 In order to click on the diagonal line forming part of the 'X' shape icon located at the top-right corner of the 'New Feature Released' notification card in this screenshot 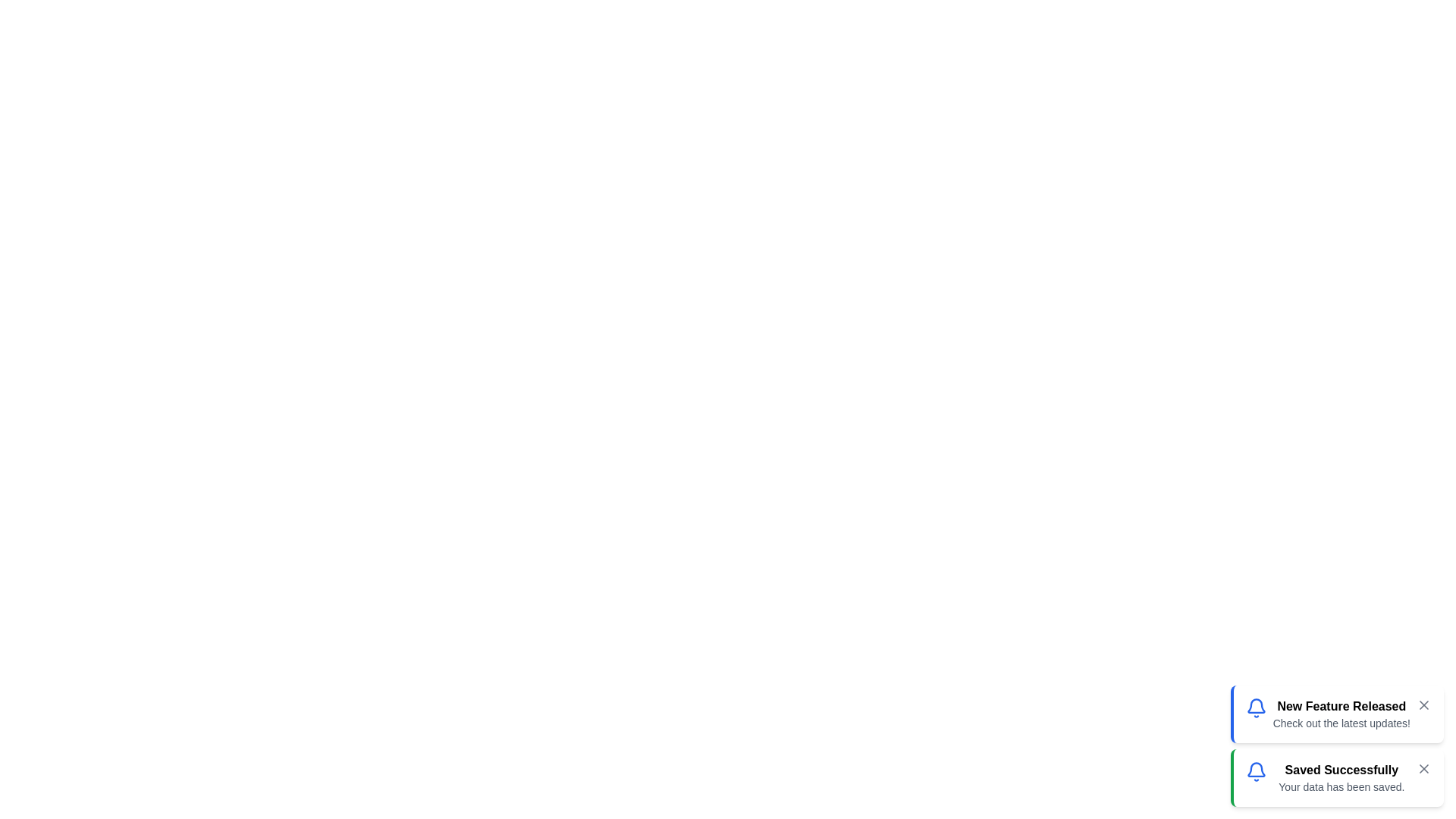, I will do `click(1423, 704)`.